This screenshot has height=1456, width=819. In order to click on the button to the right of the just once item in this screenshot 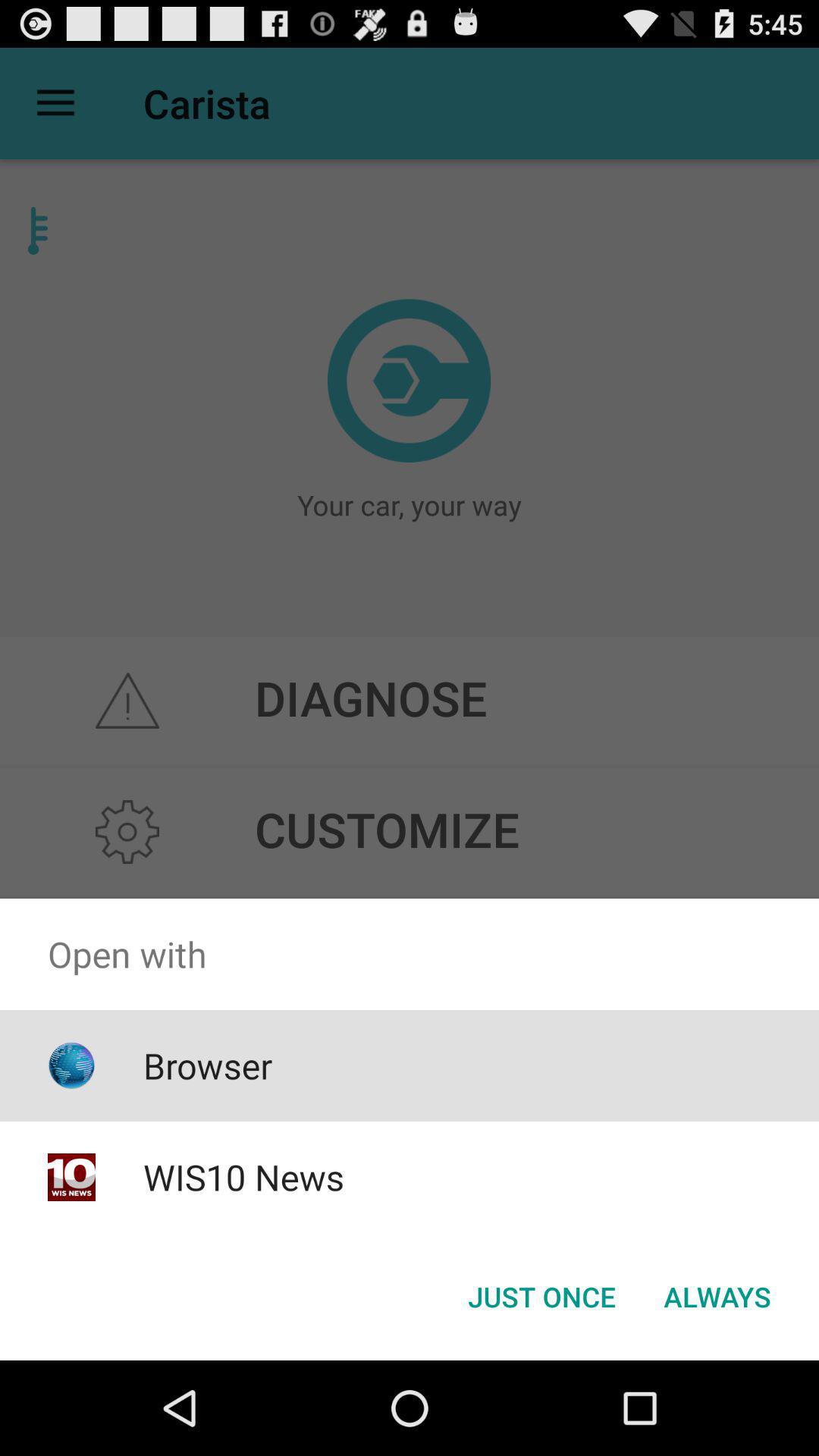, I will do `click(717, 1295)`.